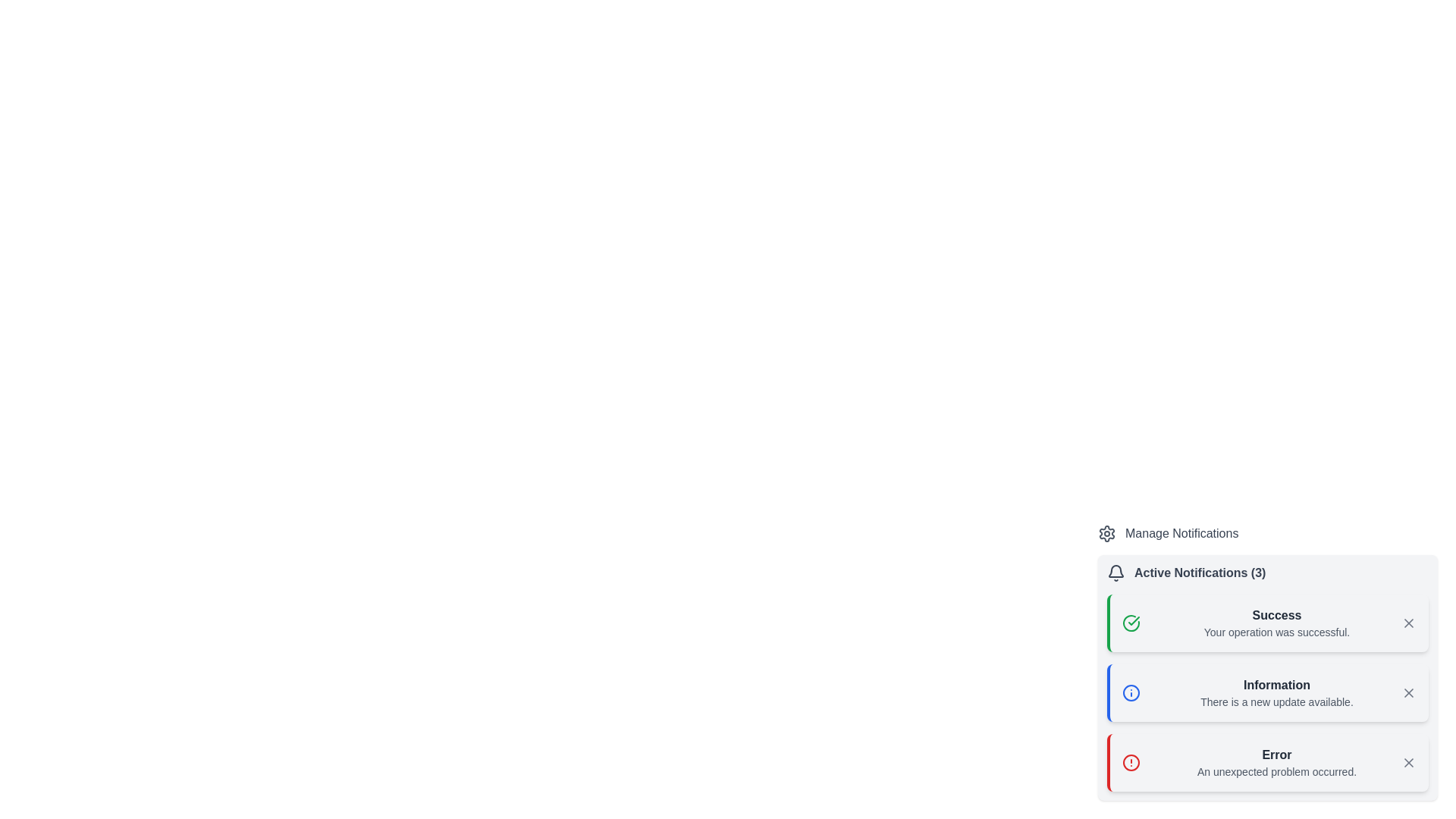 The image size is (1456, 819). I want to click on the cogwheel icon located to the left of the 'Manage Notifications' text, so click(1106, 533).